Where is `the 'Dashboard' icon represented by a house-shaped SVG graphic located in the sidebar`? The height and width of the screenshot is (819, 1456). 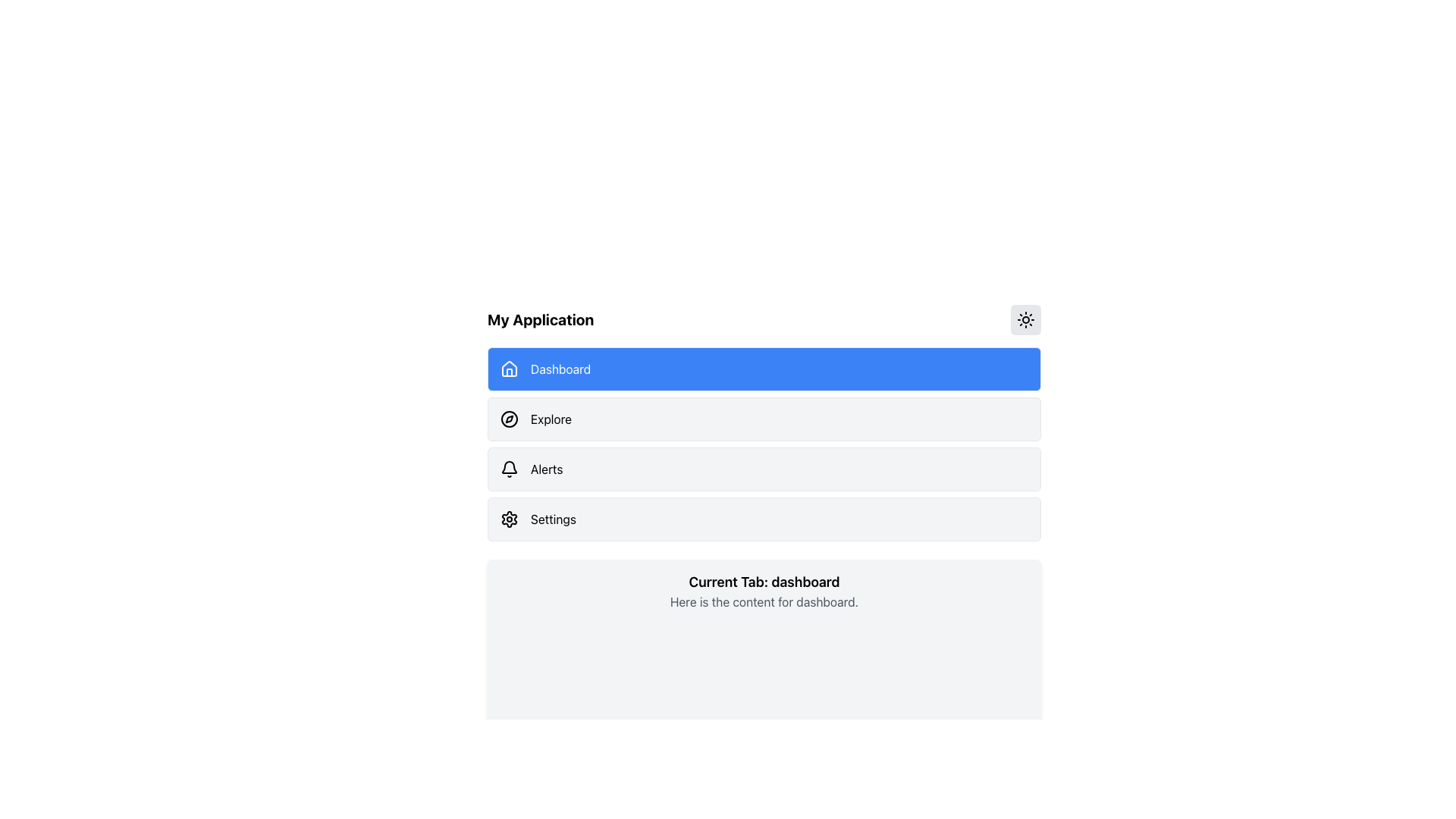 the 'Dashboard' icon represented by a house-shaped SVG graphic located in the sidebar is located at coordinates (510, 369).